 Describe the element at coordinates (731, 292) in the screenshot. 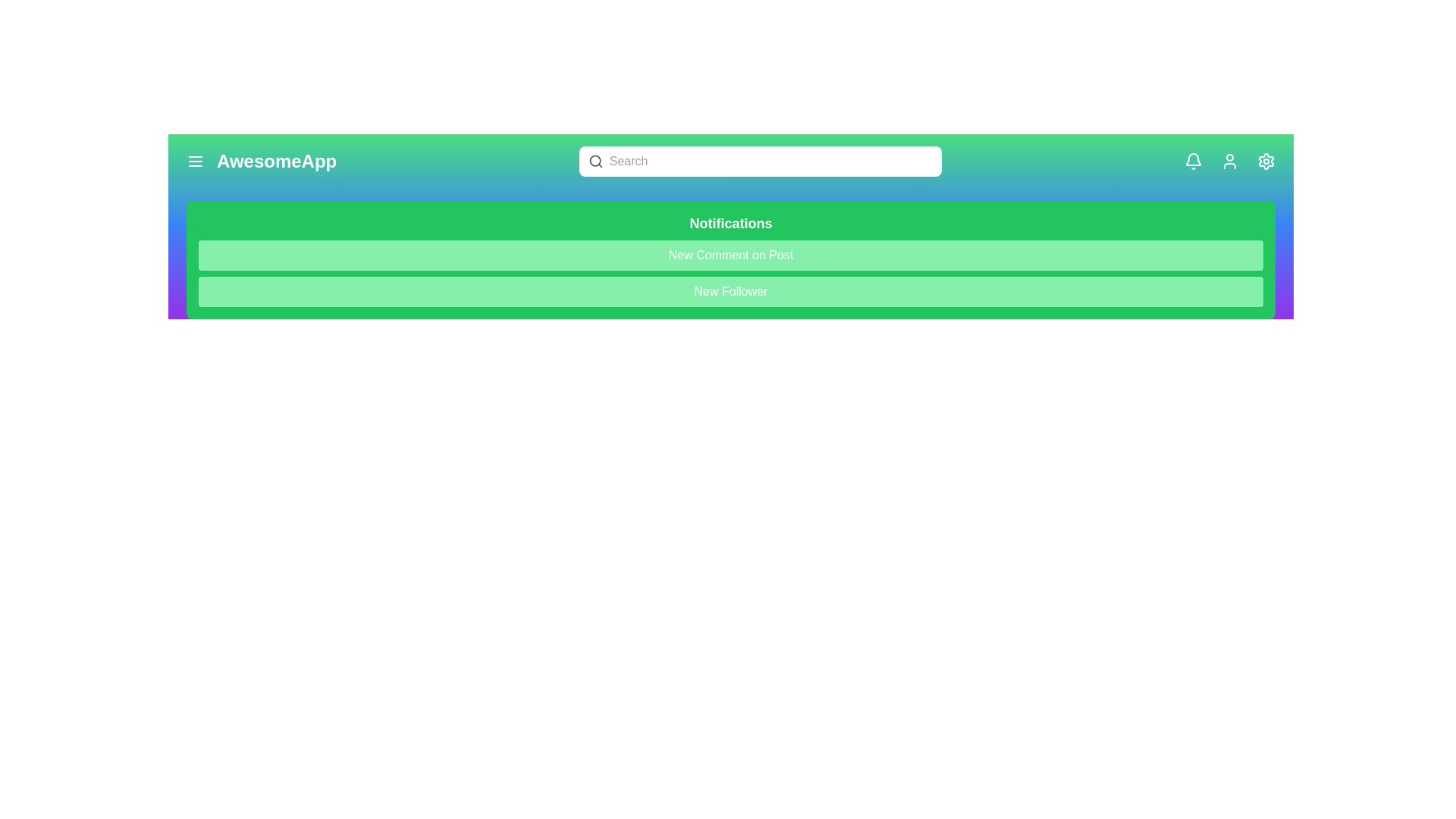

I see `the Text Display Element that shows notifications for new followers, located beneath the 'New Comment on Post' element in the notifications section` at that location.